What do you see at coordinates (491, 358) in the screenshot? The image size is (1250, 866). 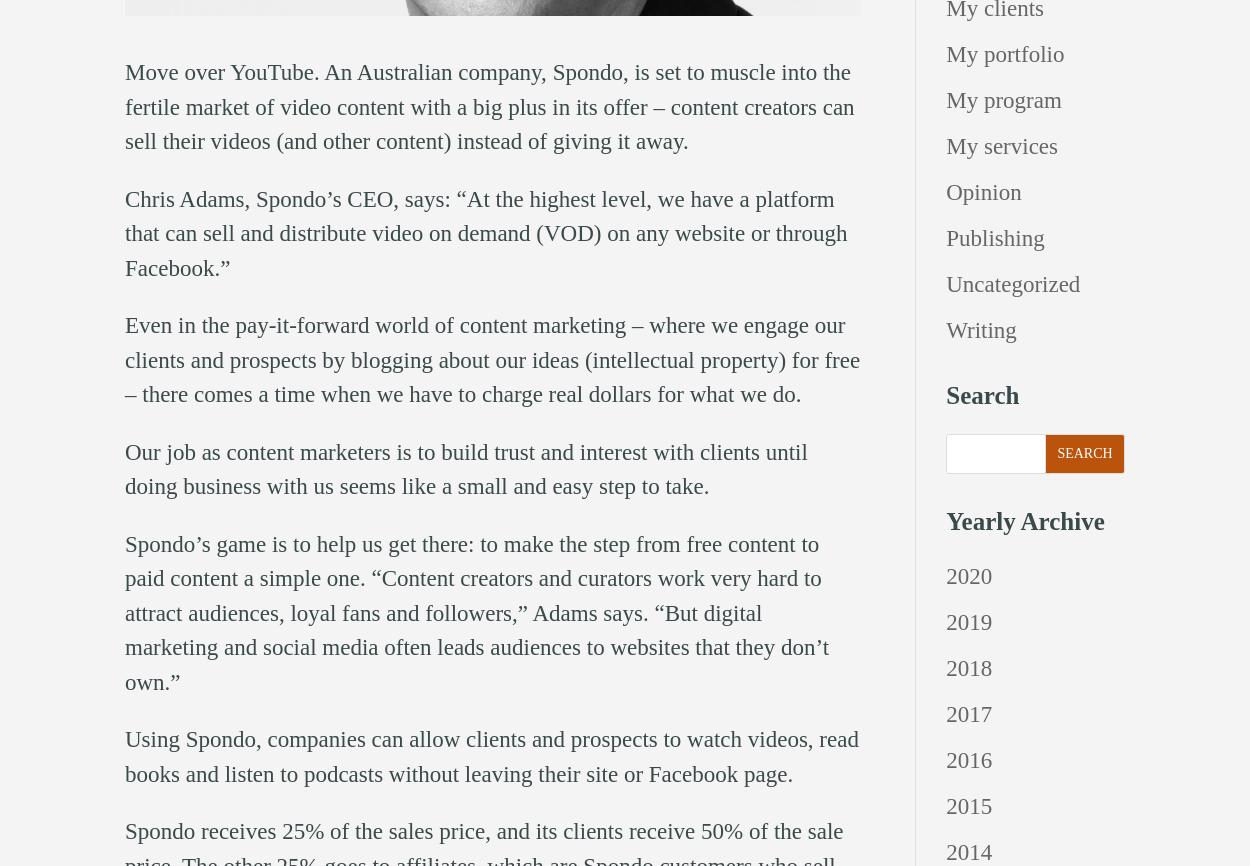 I see `'Even in the pay-it-forward world of content marketing – where we engage our clients and prospects by blogging about our ideas (intellectual property) for free – there comes a time when we have to charge real dollars for what we do.'` at bounding box center [491, 358].